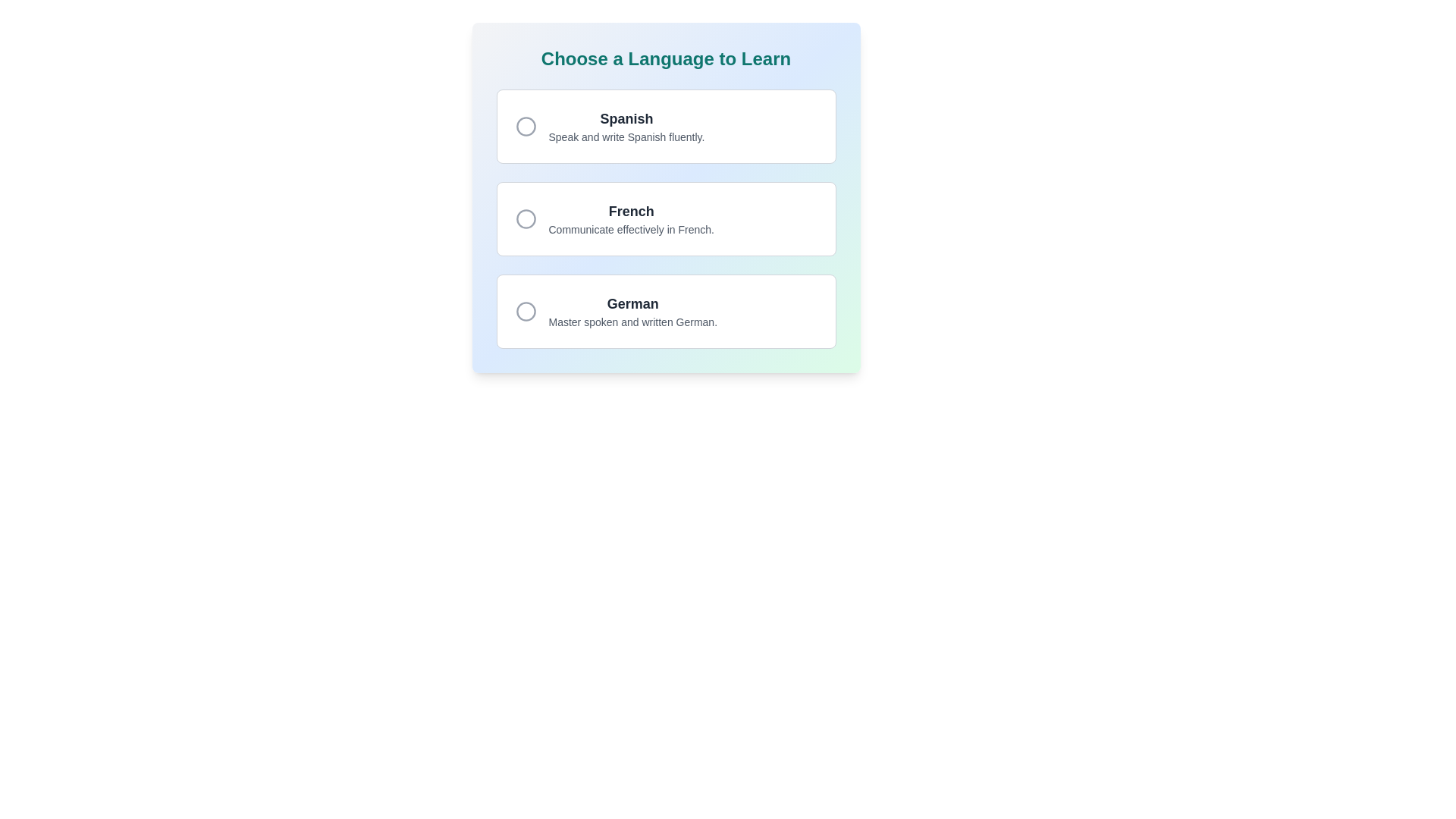 This screenshot has height=819, width=1456. What do you see at coordinates (626, 118) in the screenshot?
I see `the 'Spanish' language label/header text that identifies the language option, positioned at the top of the list of language options` at bounding box center [626, 118].